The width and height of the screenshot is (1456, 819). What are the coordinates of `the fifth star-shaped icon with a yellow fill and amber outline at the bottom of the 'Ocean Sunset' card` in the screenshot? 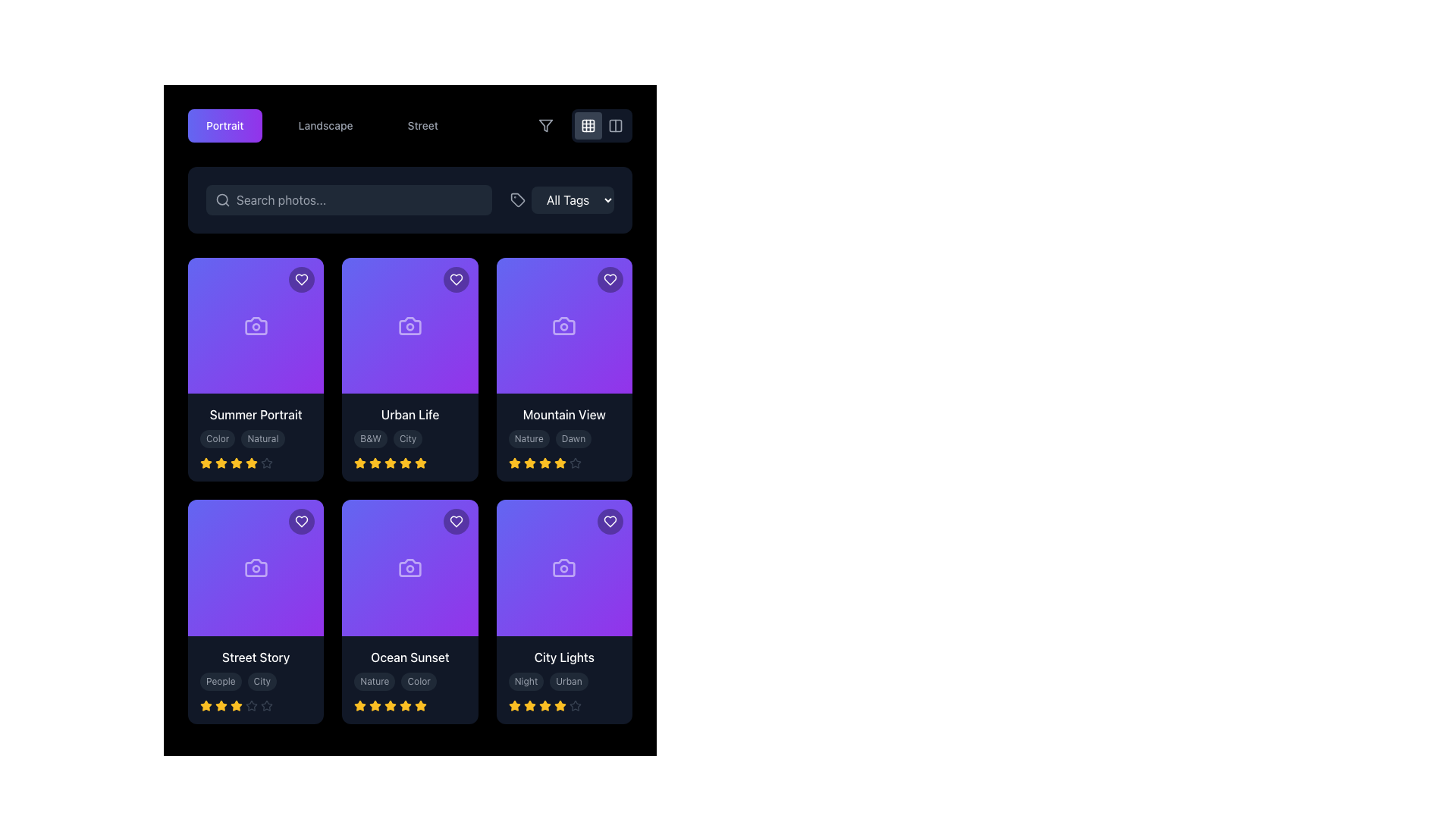 It's located at (421, 705).